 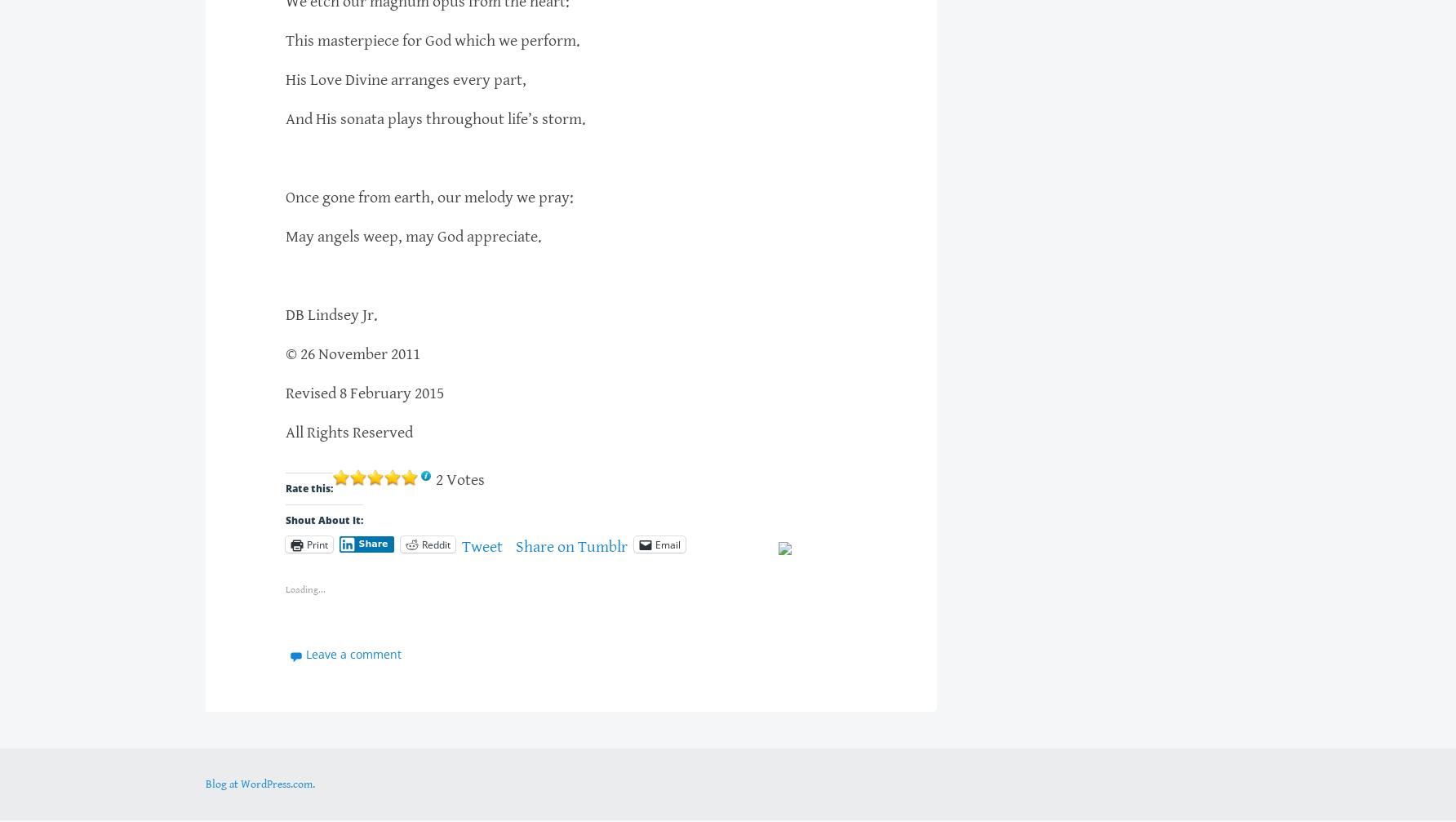 I want to click on '© 26 November 2011', so click(x=352, y=353).